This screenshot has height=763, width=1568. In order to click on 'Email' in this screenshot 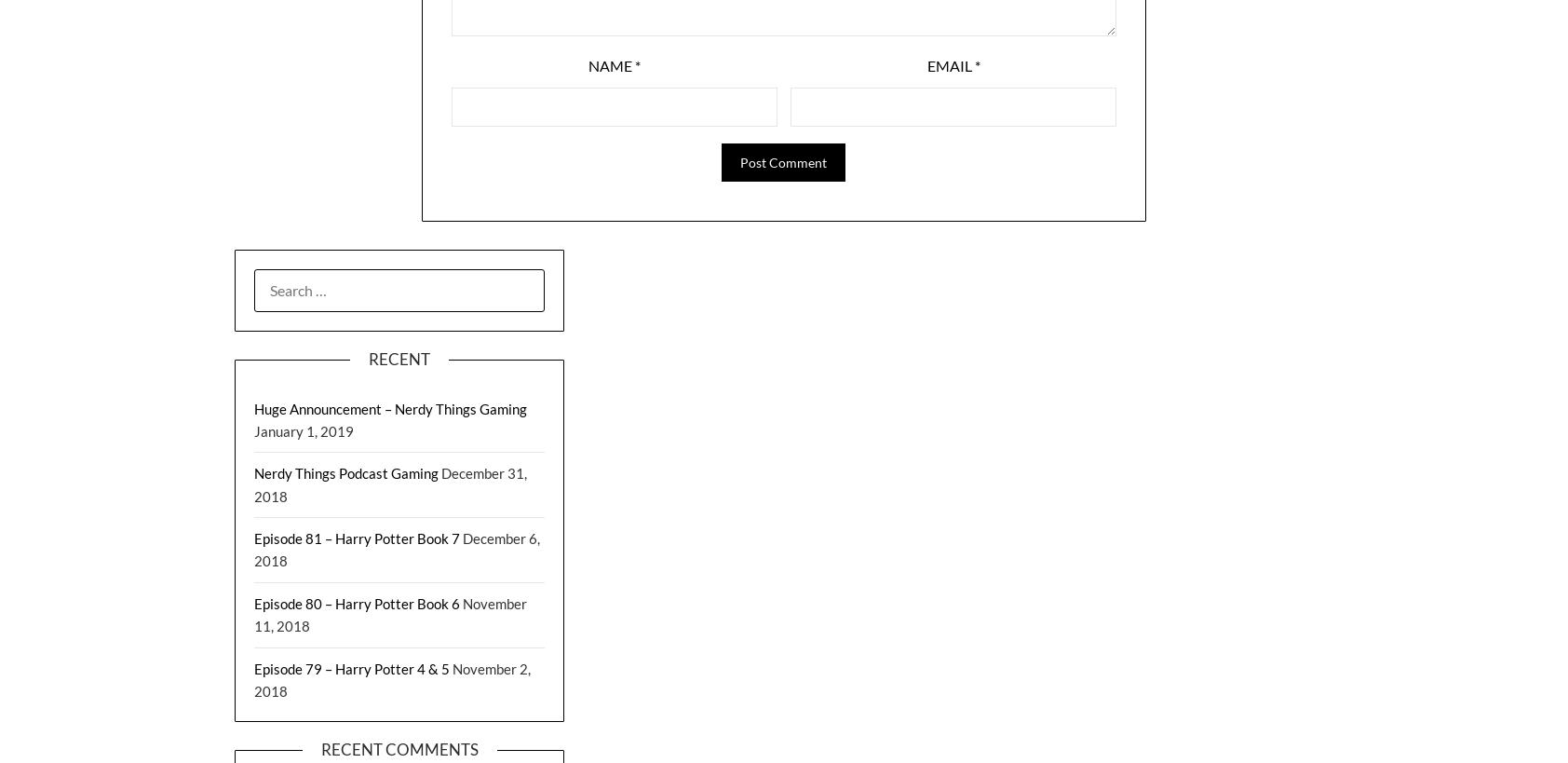, I will do `click(949, 65)`.